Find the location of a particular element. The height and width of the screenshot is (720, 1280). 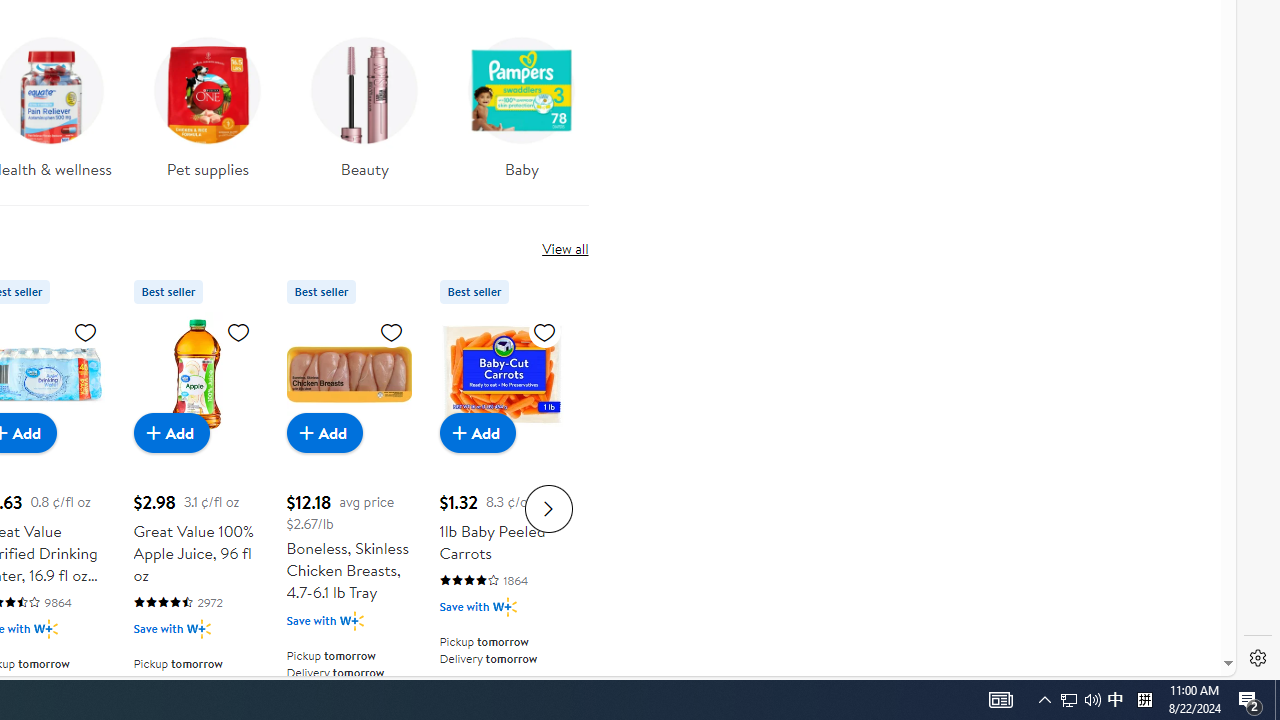

'Baby' is located at coordinates (522, 114).